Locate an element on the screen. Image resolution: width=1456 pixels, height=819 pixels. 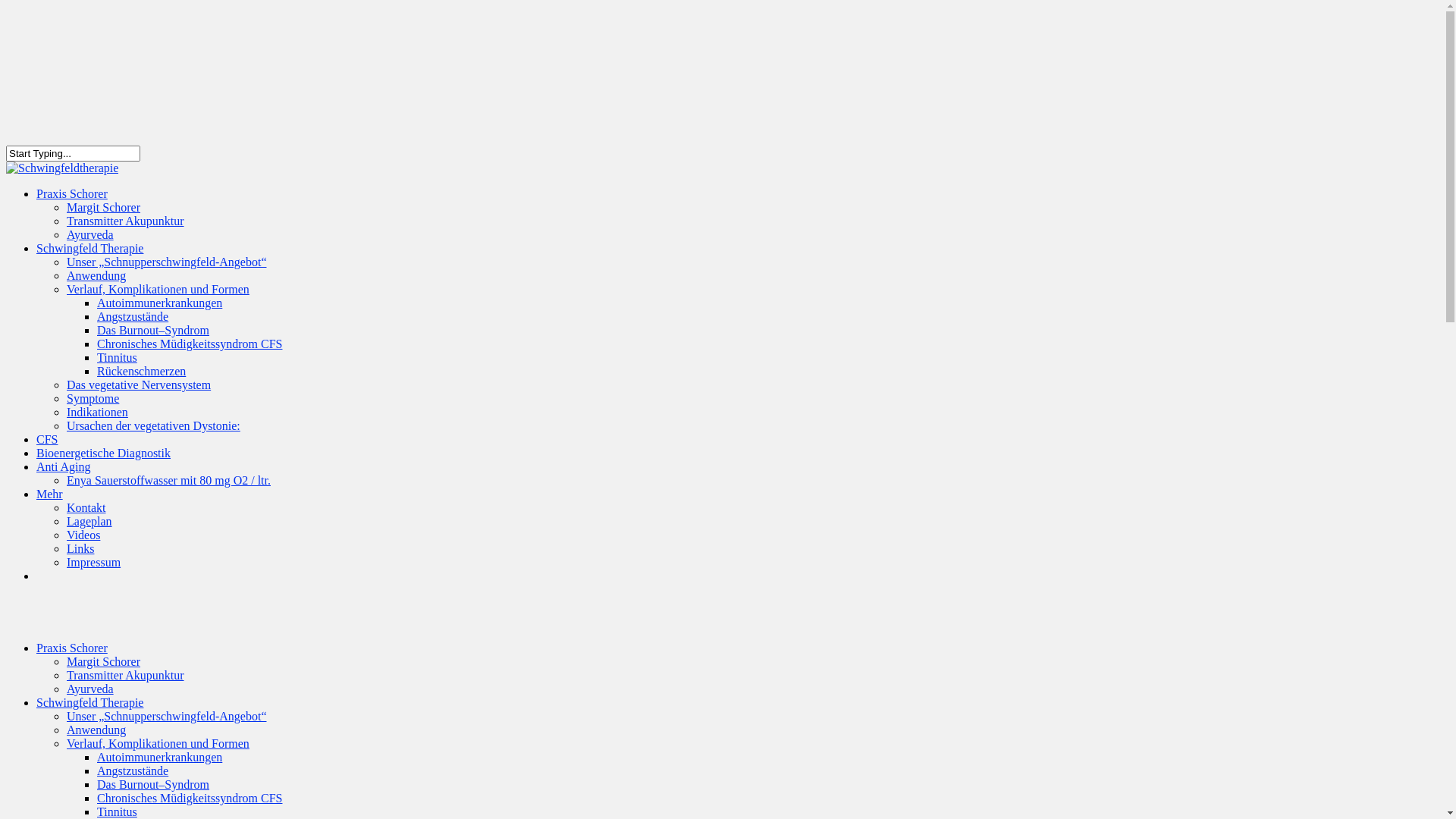
'Symptome' is located at coordinates (92, 397).